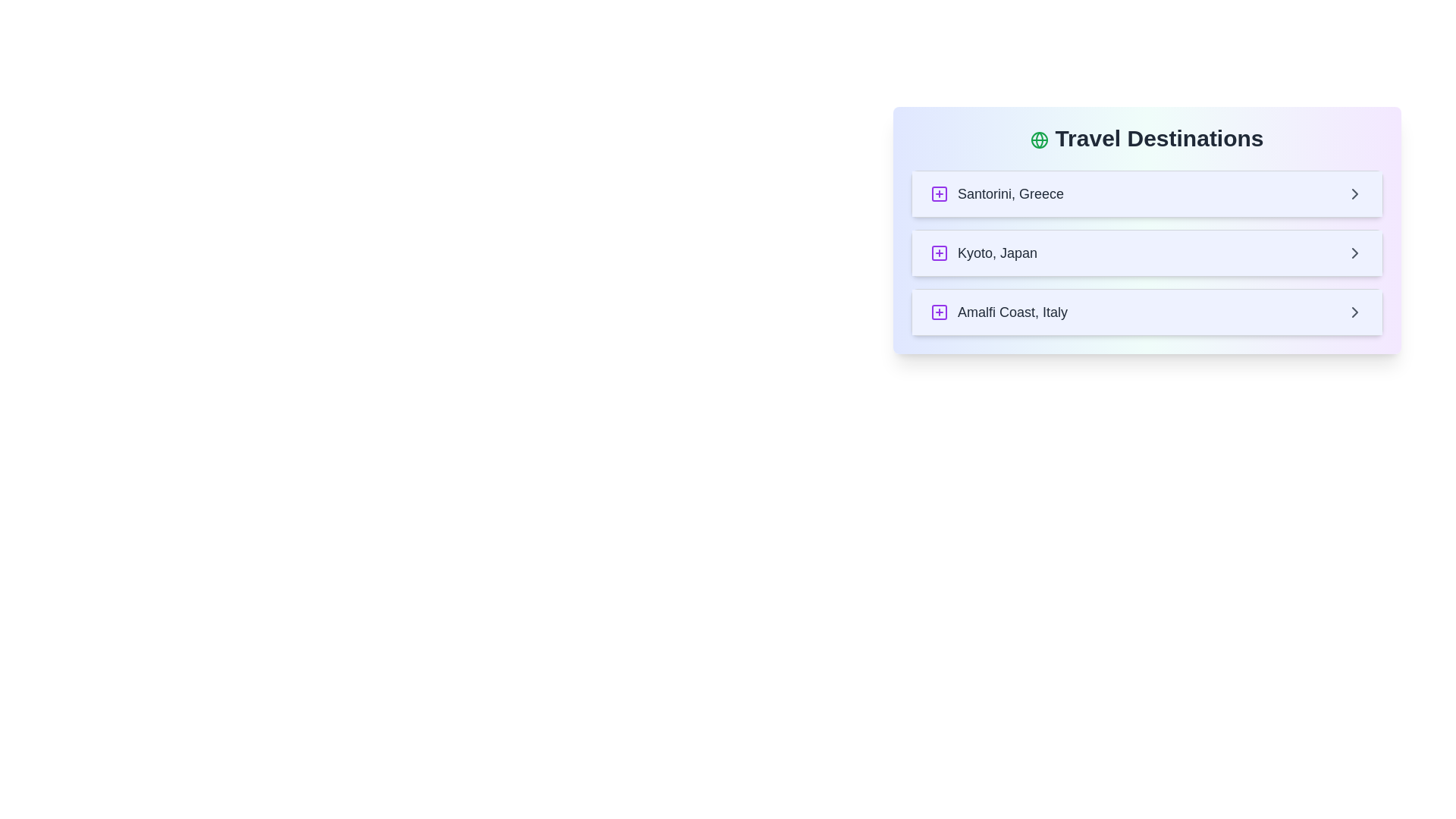 The width and height of the screenshot is (1456, 819). What do you see at coordinates (1147, 253) in the screenshot?
I see `the List item displaying 'Kyoto, Japan' with a light blue background` at bounding box center [1147, 253].